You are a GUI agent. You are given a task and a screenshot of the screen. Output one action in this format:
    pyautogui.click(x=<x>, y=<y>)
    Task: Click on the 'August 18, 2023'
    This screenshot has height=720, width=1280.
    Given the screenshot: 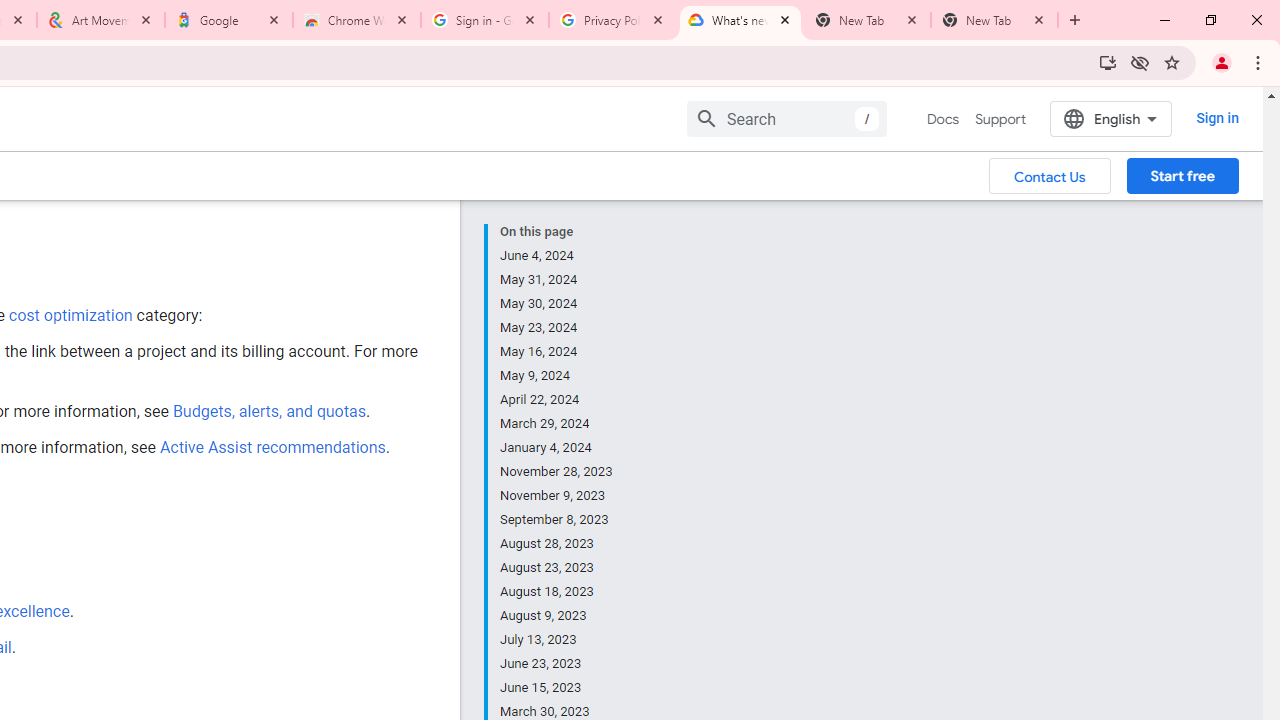 What is the action you would take?
    pyautogui.click(x=557, y=591)
    